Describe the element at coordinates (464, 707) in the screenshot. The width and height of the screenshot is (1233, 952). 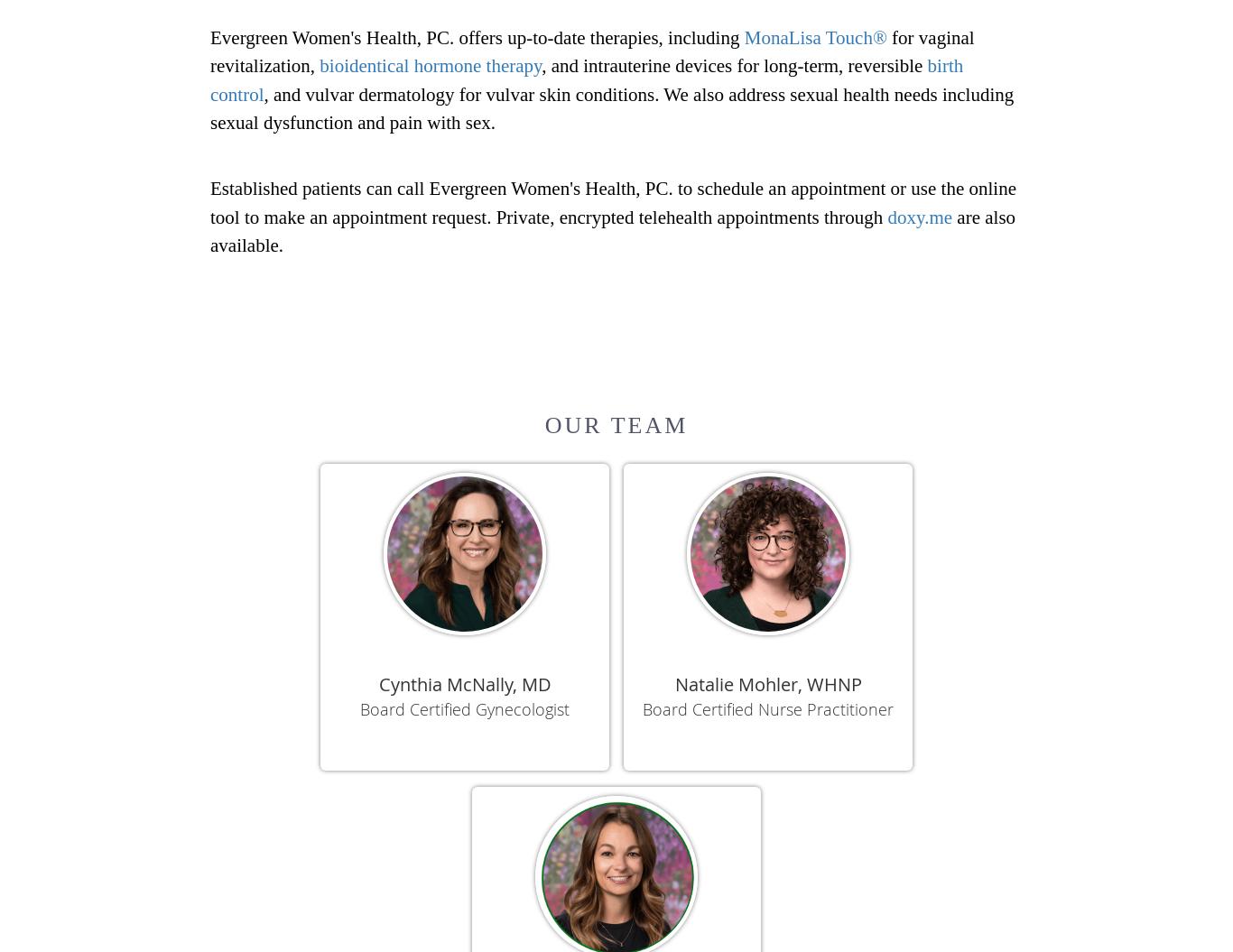
I see `'Board Certified Gynecologist'` at that location.